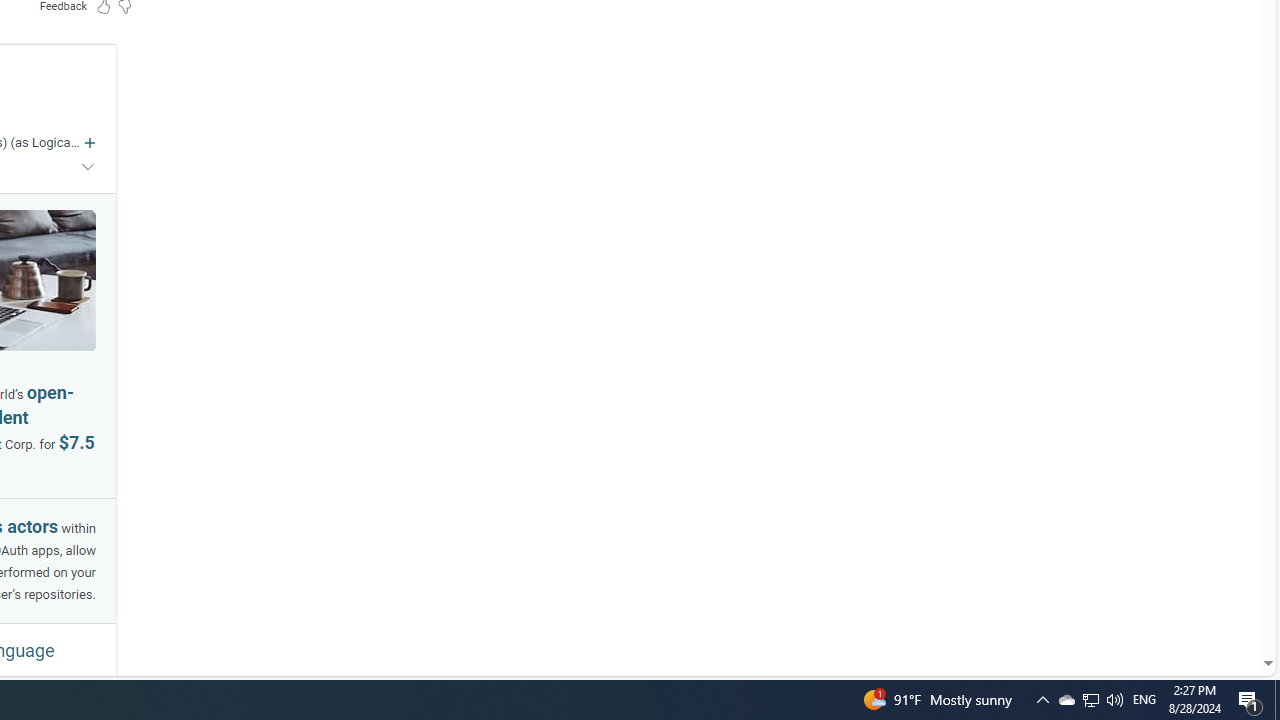 The width and height of the screenshot is (1280, 720). I want to click on 'AutomationID: mfa_root', so click(1192, 602).